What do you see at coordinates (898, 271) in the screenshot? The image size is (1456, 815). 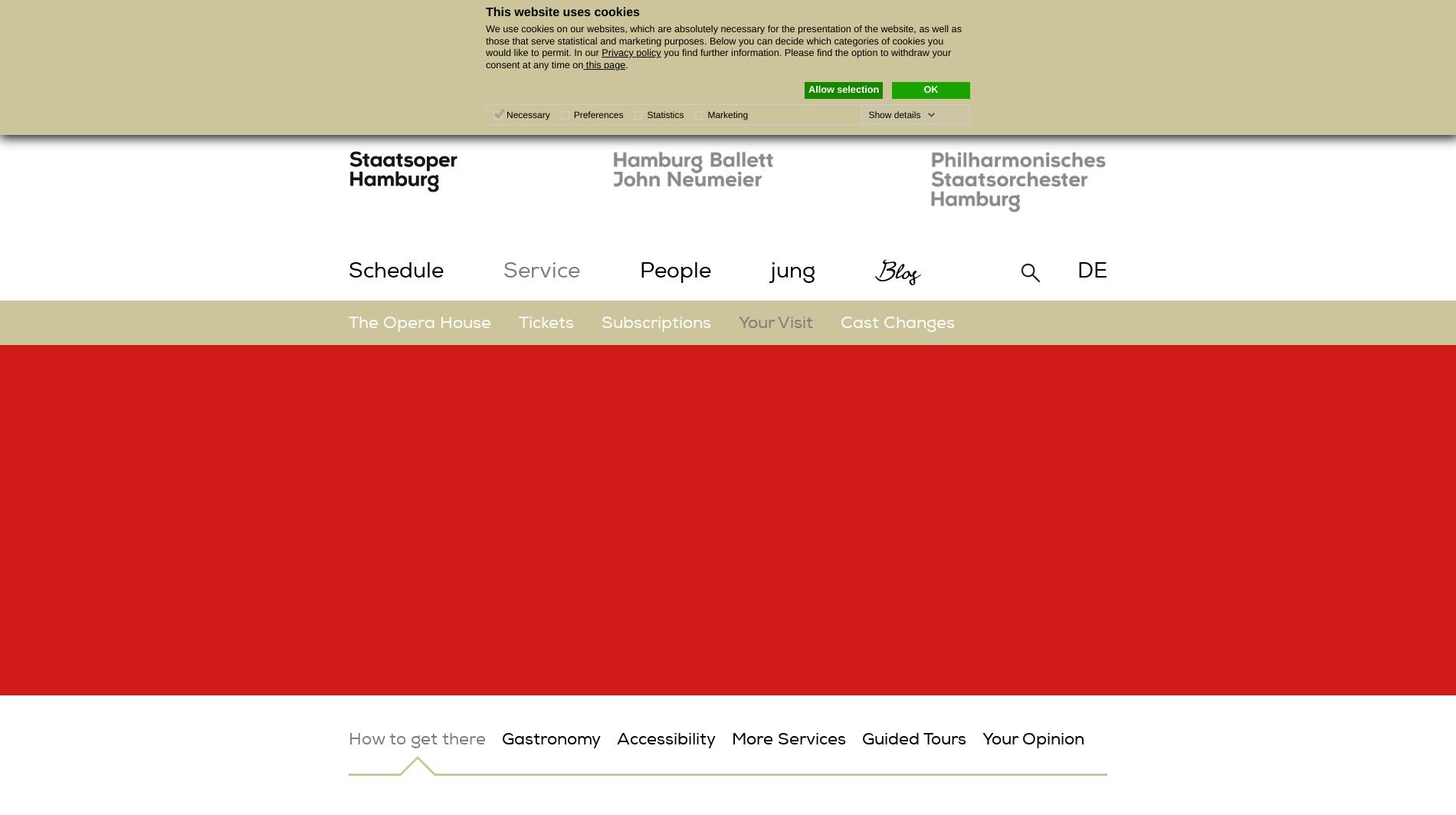 I see `'Blog'` at bounding box center [898, 271].